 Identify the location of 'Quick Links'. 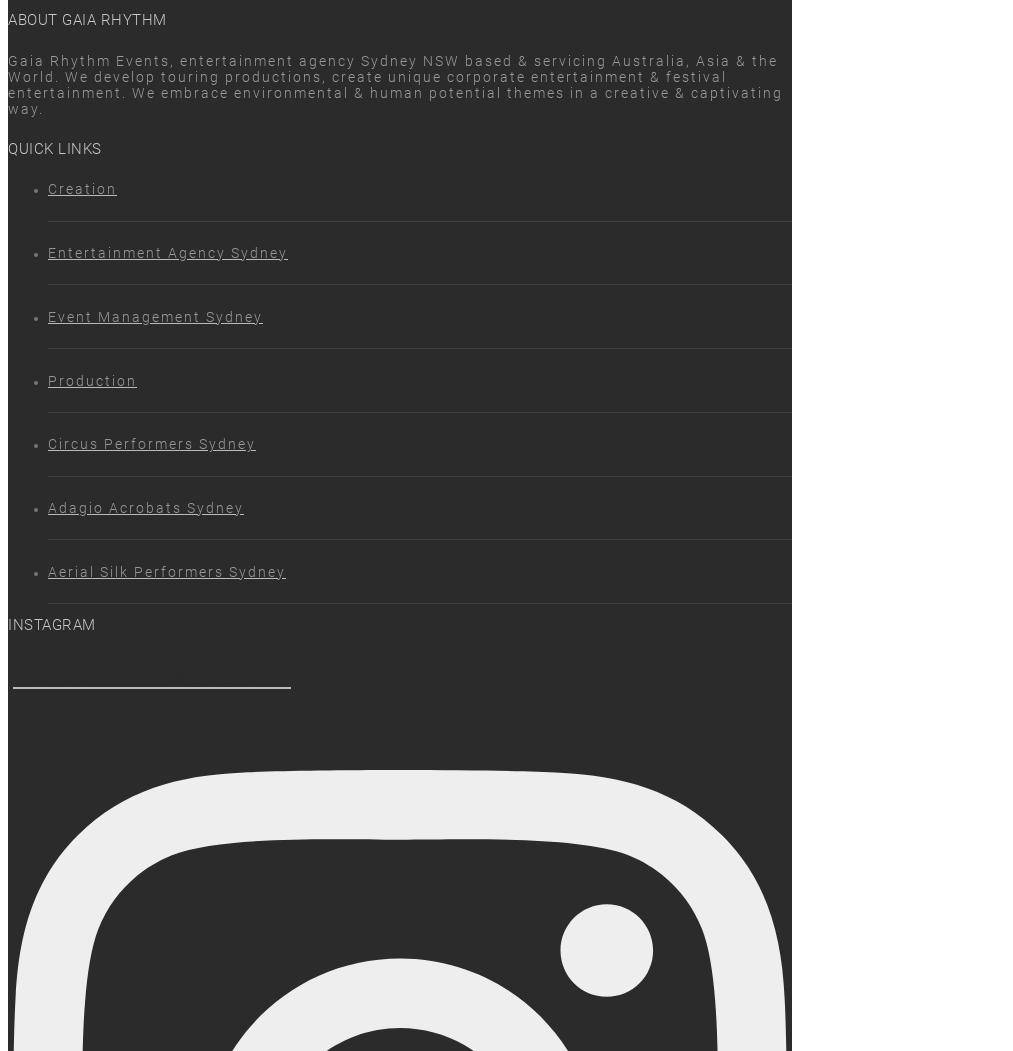
(53, 146).